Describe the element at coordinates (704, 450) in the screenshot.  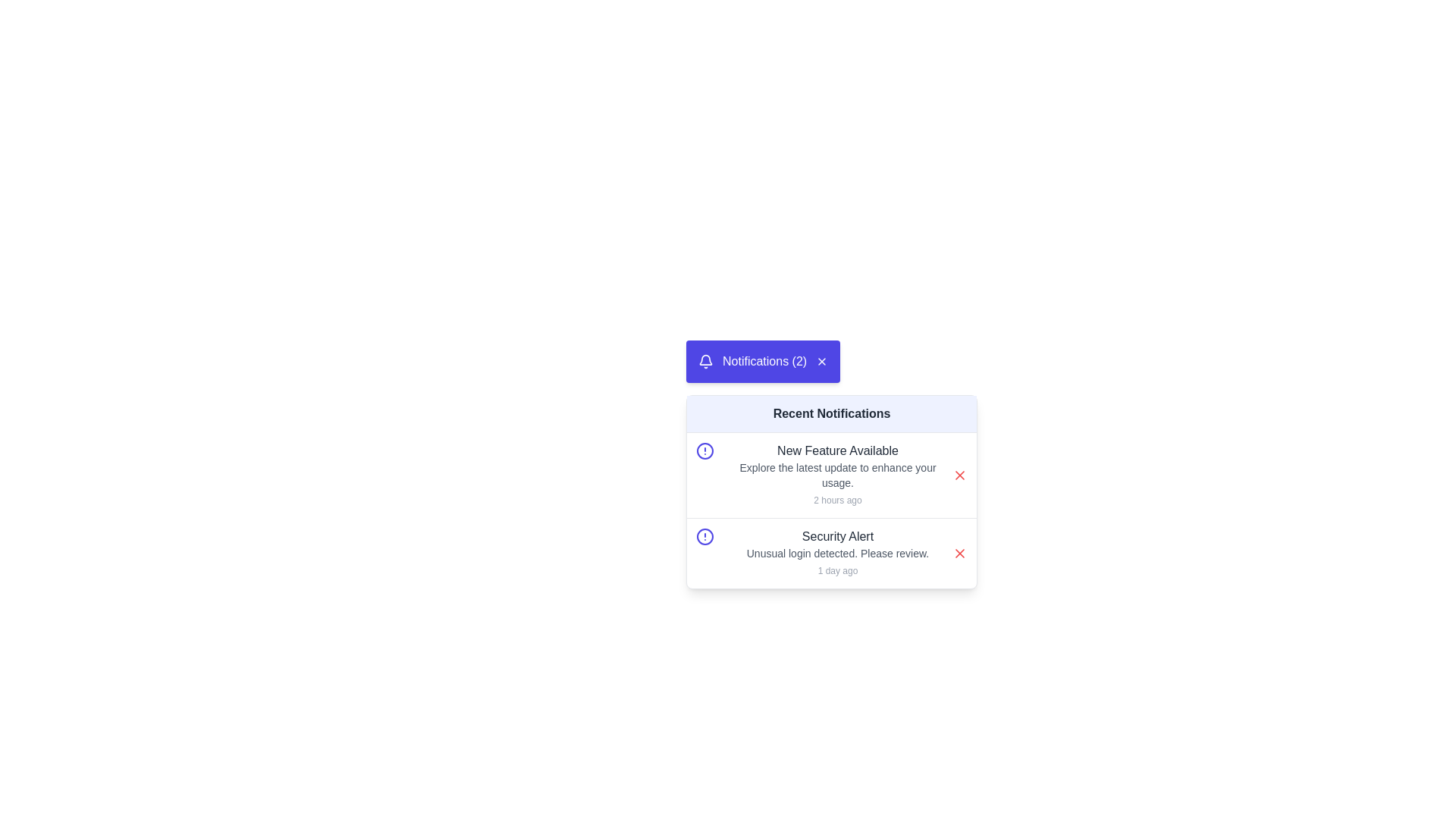
I see `the circular shape representing part of the alert icon, which is located to the left of the 'New Feature Available' notification title` at that location.